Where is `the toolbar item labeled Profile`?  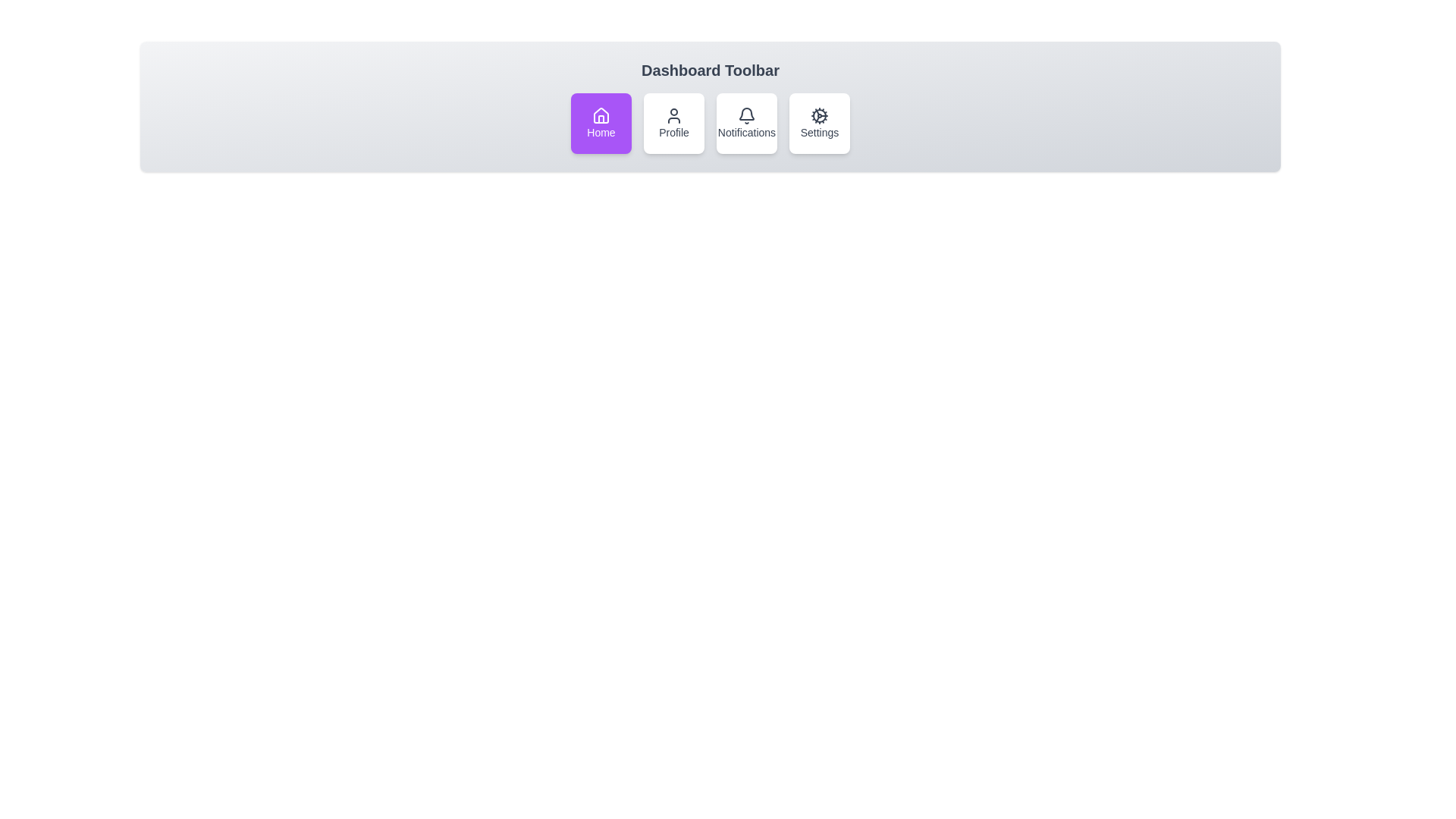
the toolbar item labeled Profile is located at coordinates (673, 122).